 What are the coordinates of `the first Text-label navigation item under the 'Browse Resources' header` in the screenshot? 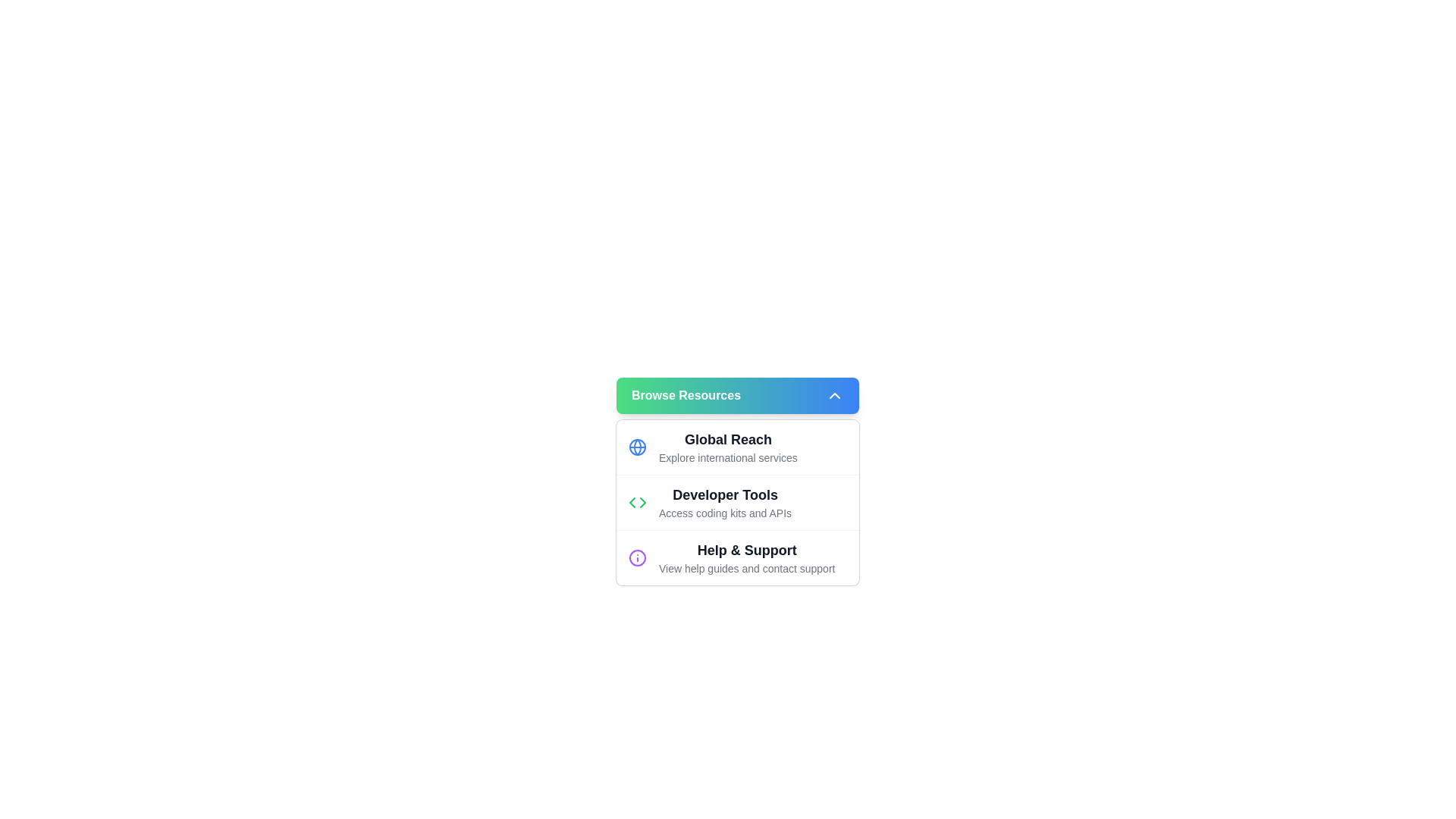 It's located at (728, 447).